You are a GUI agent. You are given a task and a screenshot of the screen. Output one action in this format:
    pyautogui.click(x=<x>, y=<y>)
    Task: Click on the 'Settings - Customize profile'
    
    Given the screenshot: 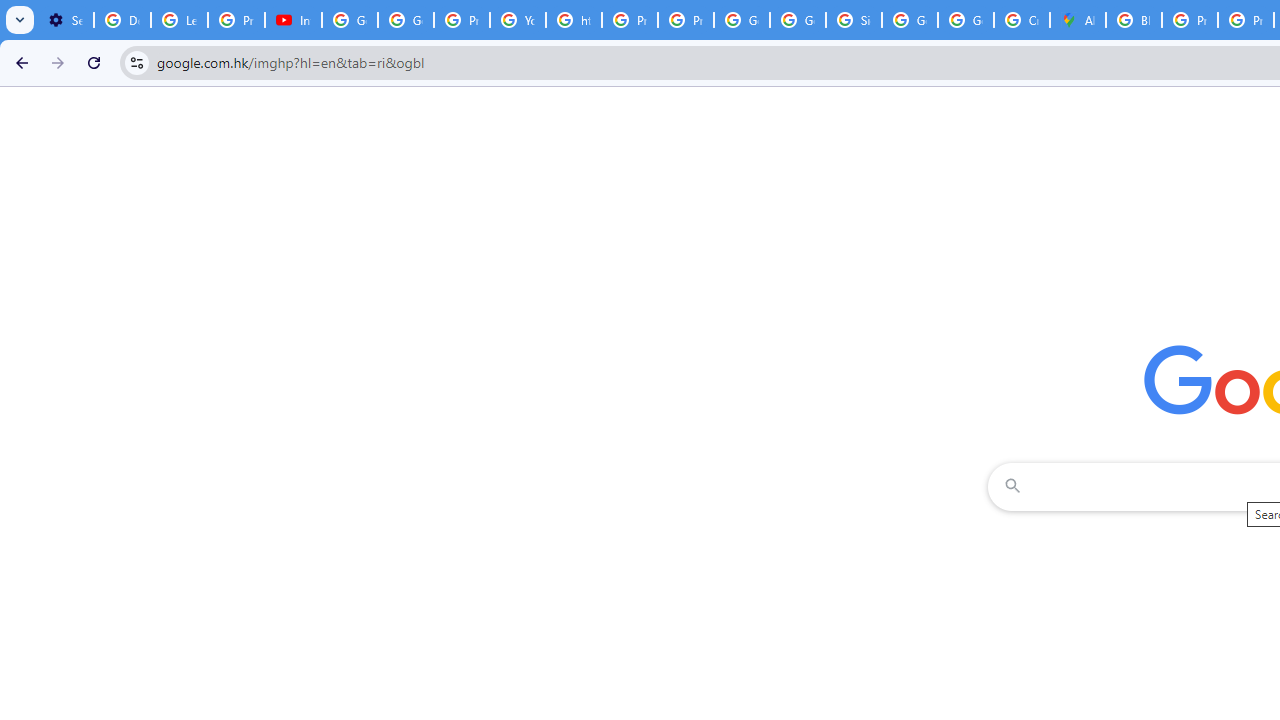 What is the action you would take?
    pyautogui.click(x=65, y=20)
    